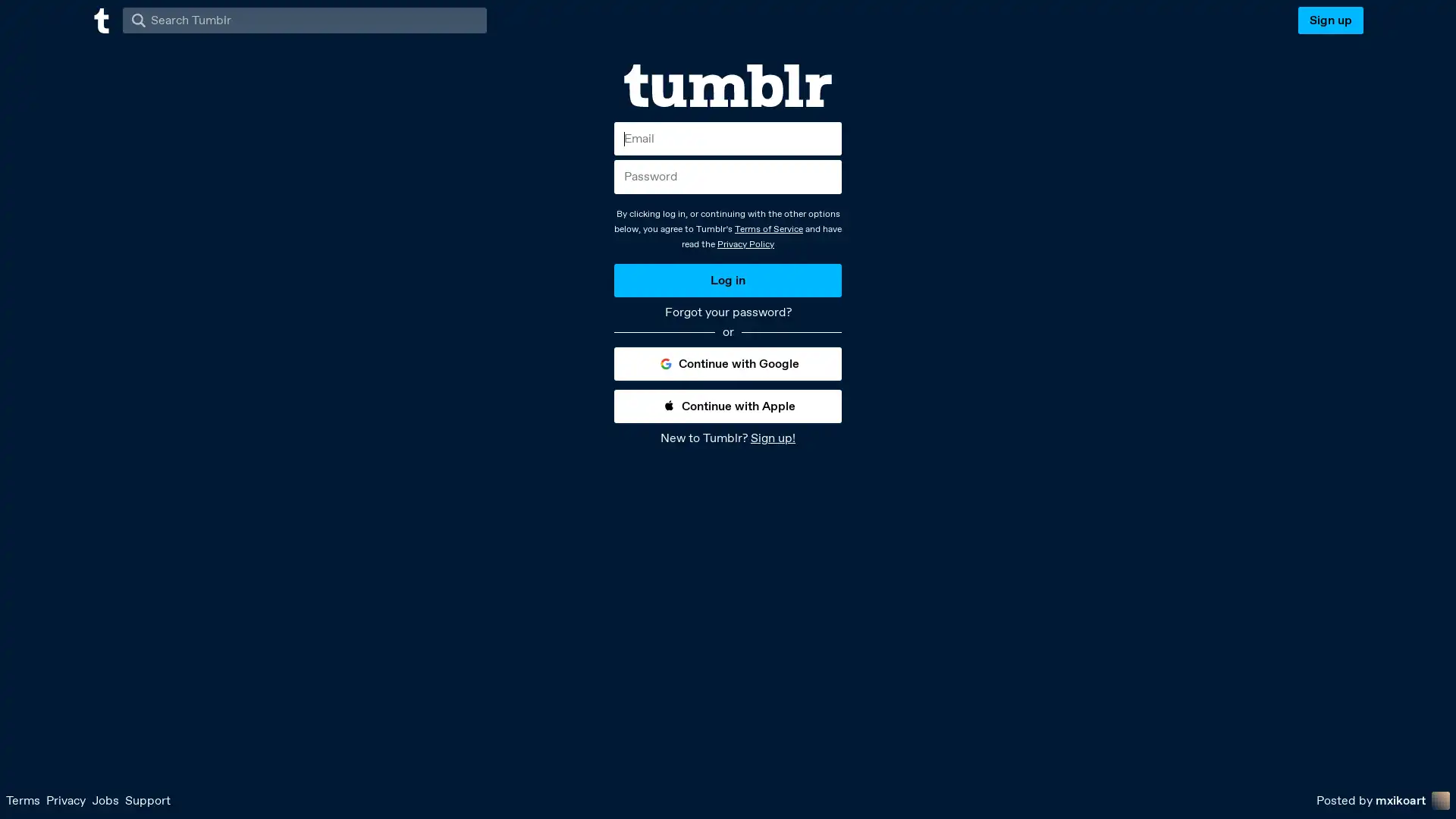 The height and width of the screenshot is (819, 1456). What do you see at coordinates (728, 280) in the screenshot?
I see `Log in` at bounding box center [728, 280].